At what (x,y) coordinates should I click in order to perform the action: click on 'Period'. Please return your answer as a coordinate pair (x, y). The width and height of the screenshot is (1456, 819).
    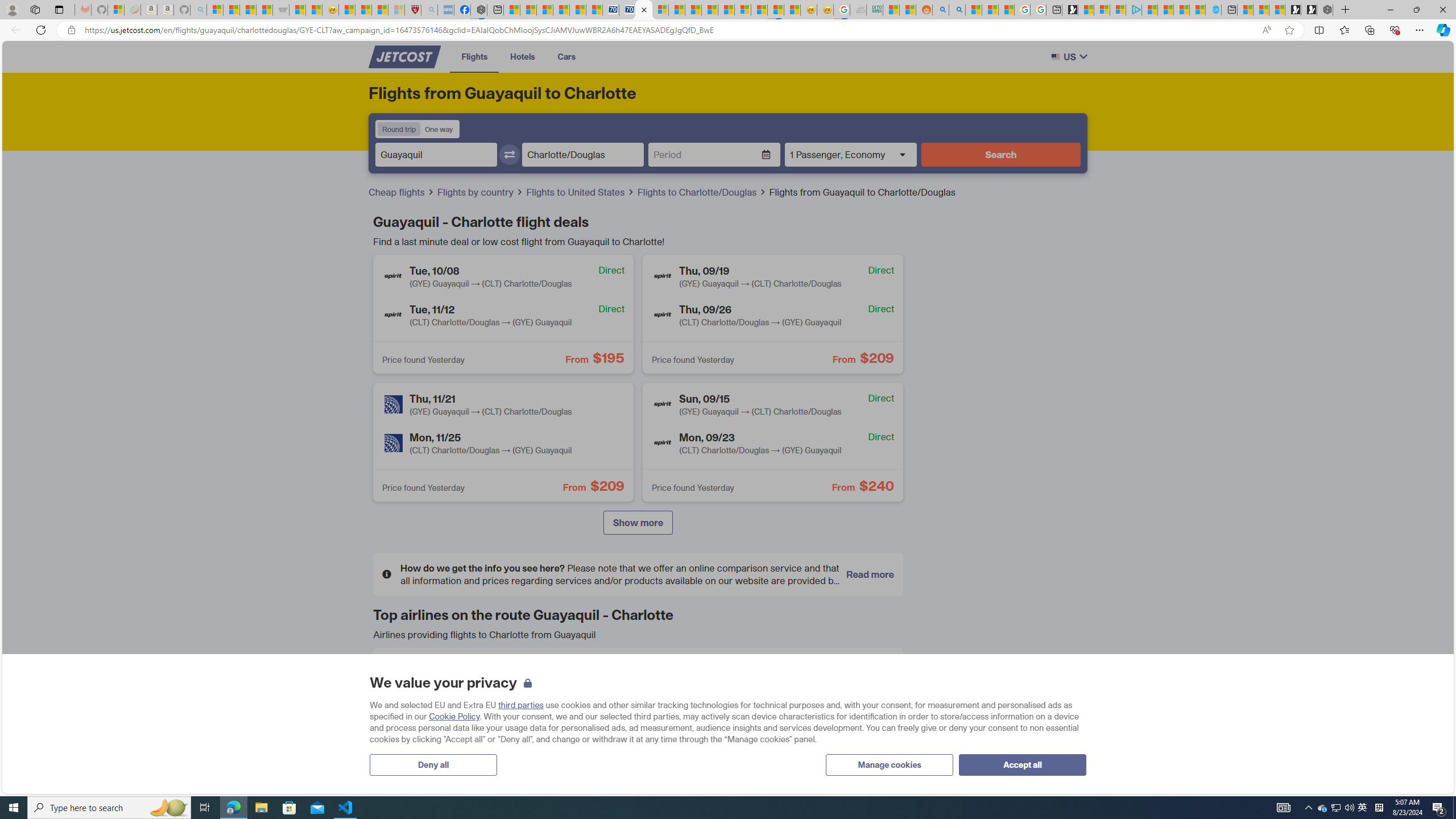
    Looking at the image, I should click on (705, 154).